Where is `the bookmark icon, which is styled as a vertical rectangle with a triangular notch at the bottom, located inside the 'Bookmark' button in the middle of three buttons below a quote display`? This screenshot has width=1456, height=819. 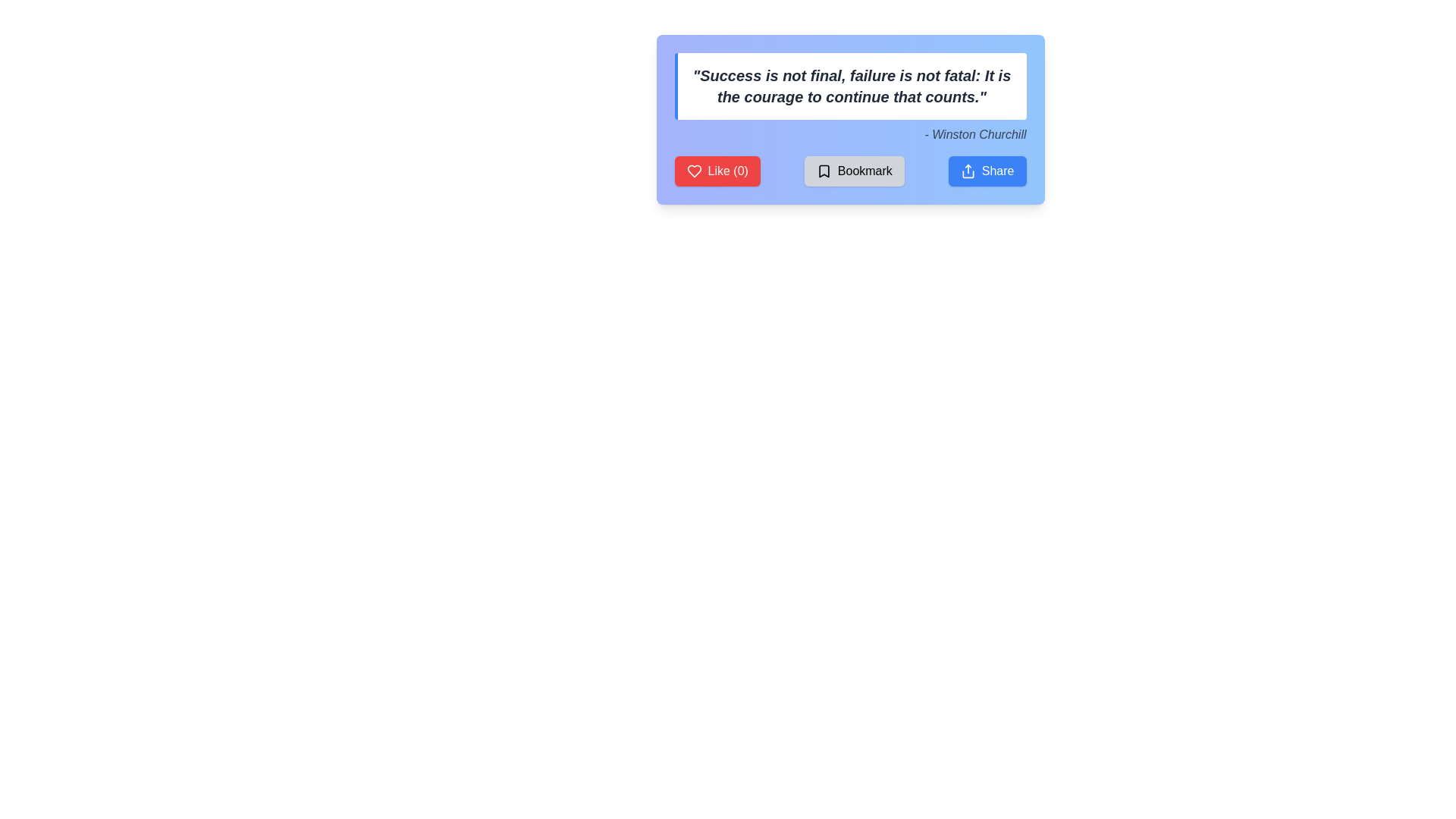 the bookmark icon, which is styled as a vertical rectangle with a triangular notch at the bottom, located inside the 'Bookmark' button in the middle of three buttons below a quote display is located at coordinates (823, 171).